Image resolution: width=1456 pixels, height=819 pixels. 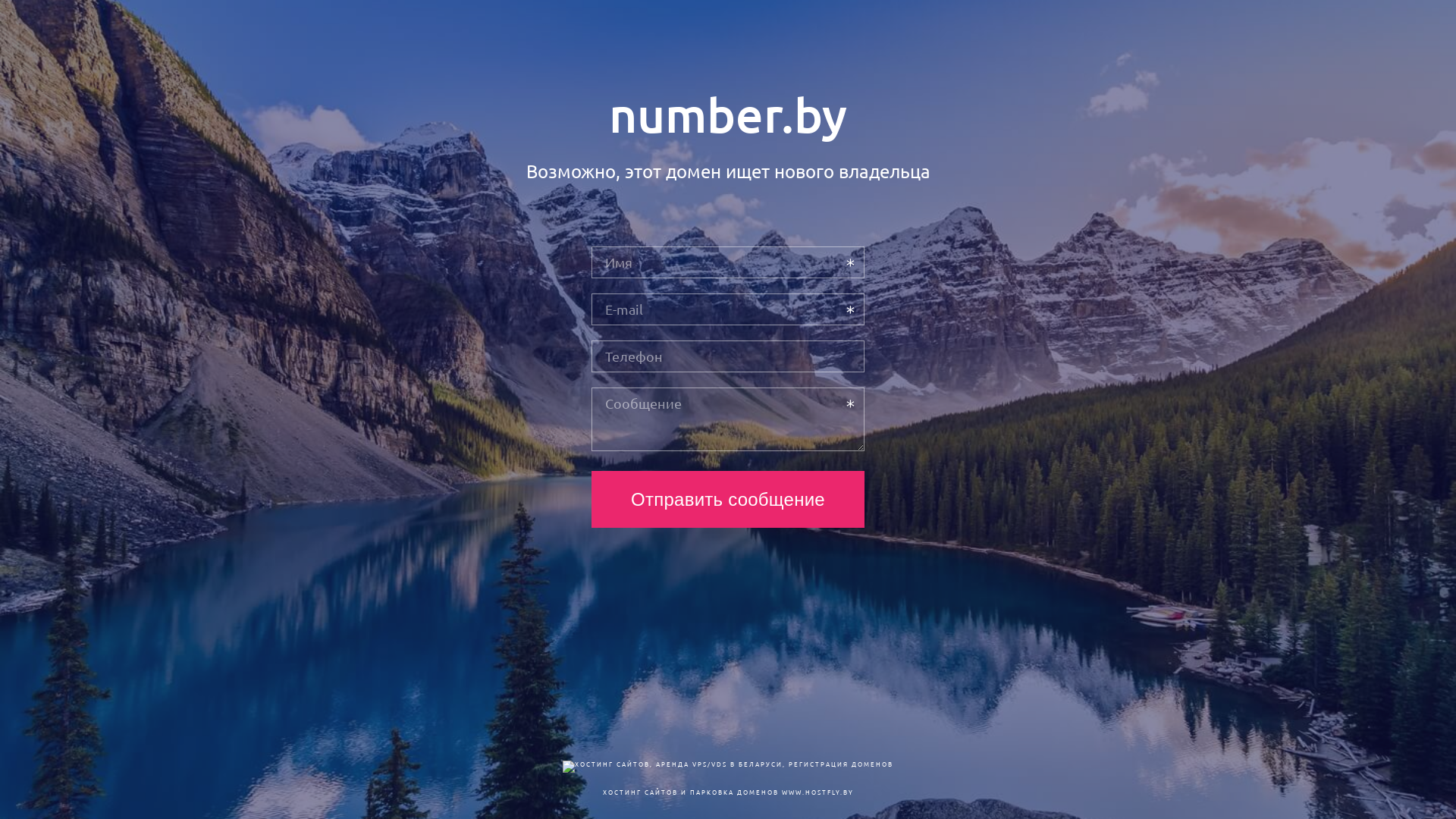 What do you see at coordinates (816, 791) in the screenshot?
I see `'WWW.HOSTFLY.BY'` at bounding box center [816, 791].